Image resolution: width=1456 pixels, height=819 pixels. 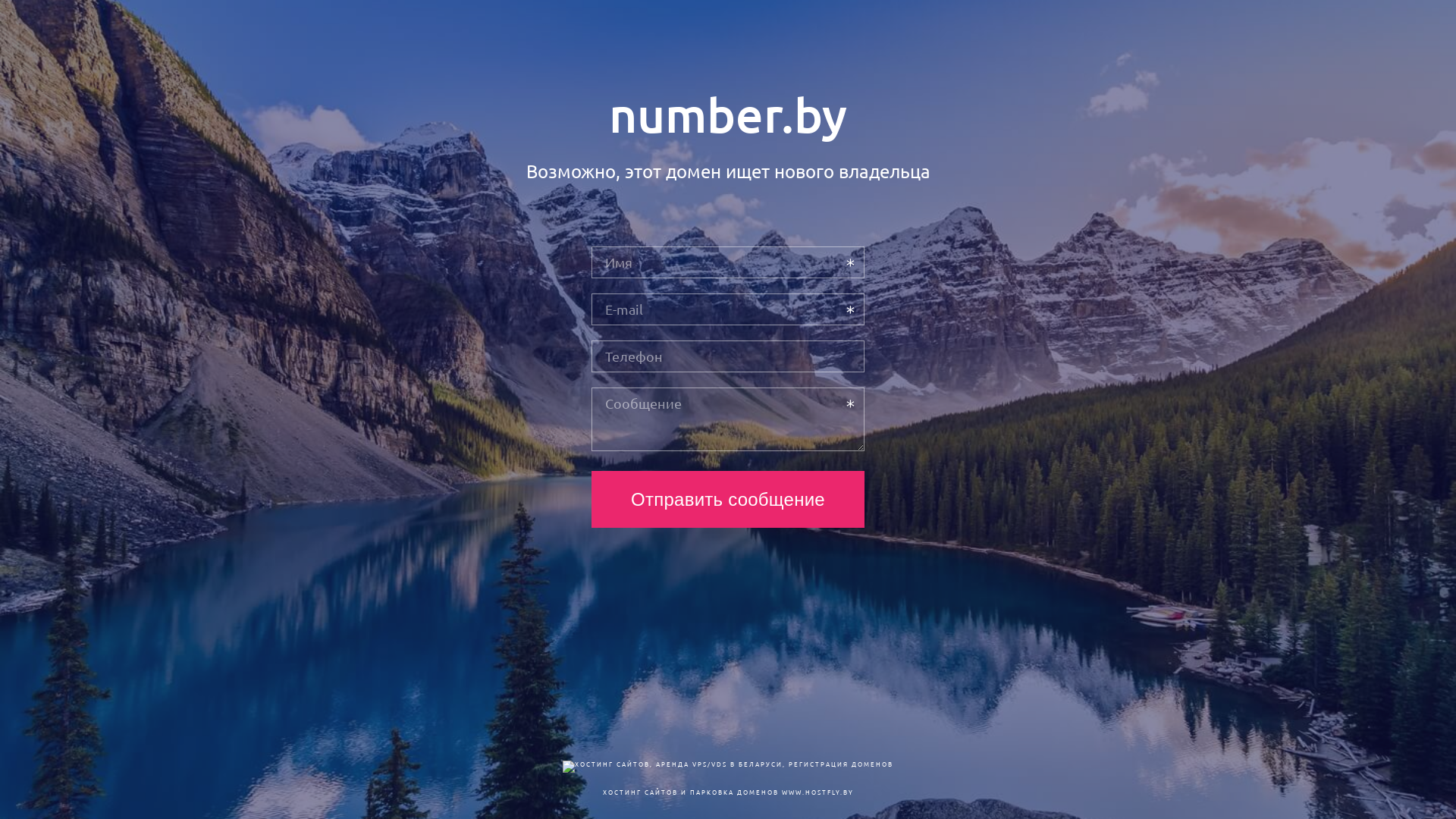 What do you see at coordinates (816, 791) in the screenshot?
I see `'WWW.HOSTFLY.BY'` at bounding box center [816, 791].